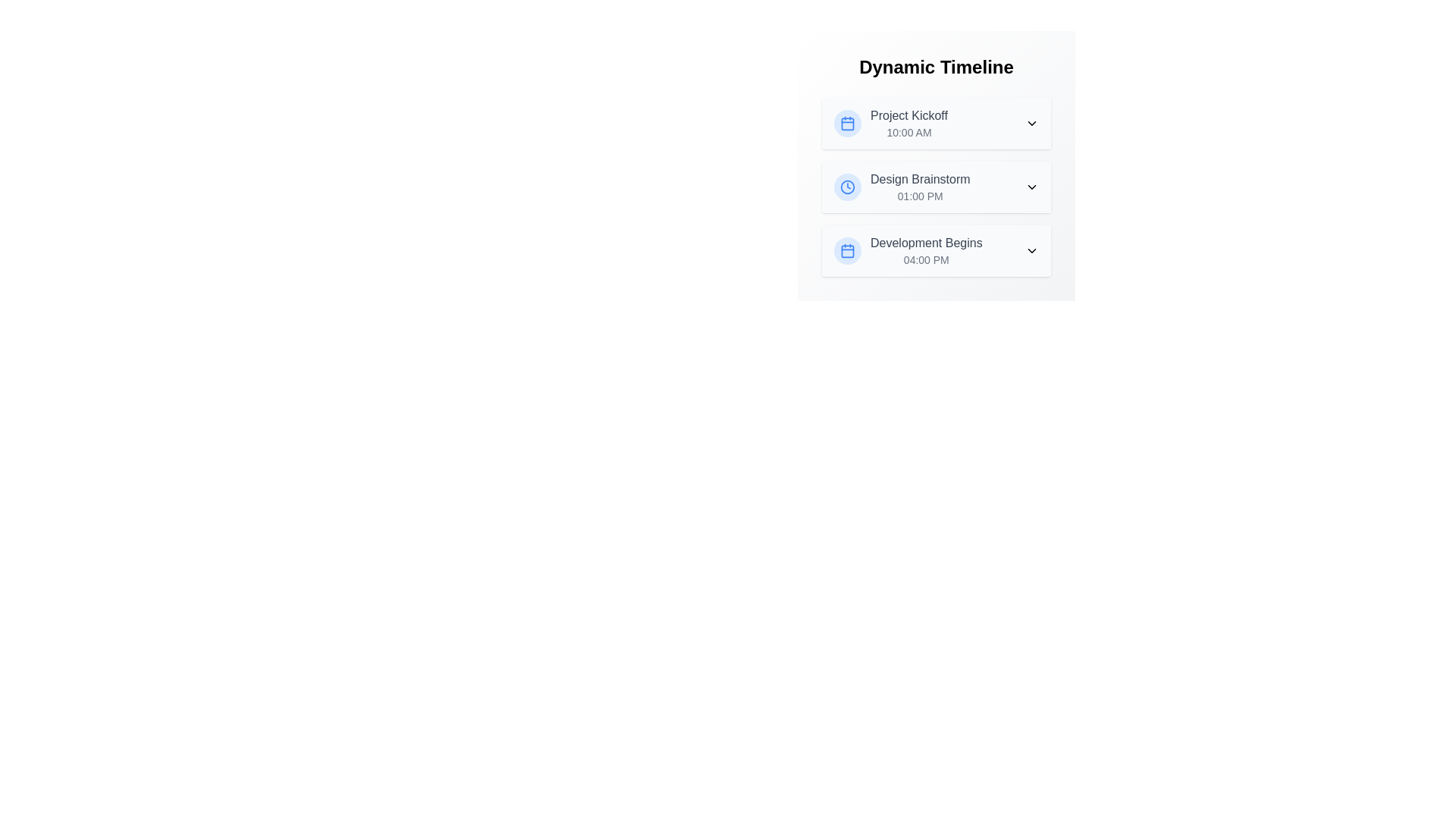  I want to click on time information displayed by the text label showing '10:00 AM' for the 'Project Kickoff' activity, located in the topmost list item of the timeline interface, so click(909, 131).